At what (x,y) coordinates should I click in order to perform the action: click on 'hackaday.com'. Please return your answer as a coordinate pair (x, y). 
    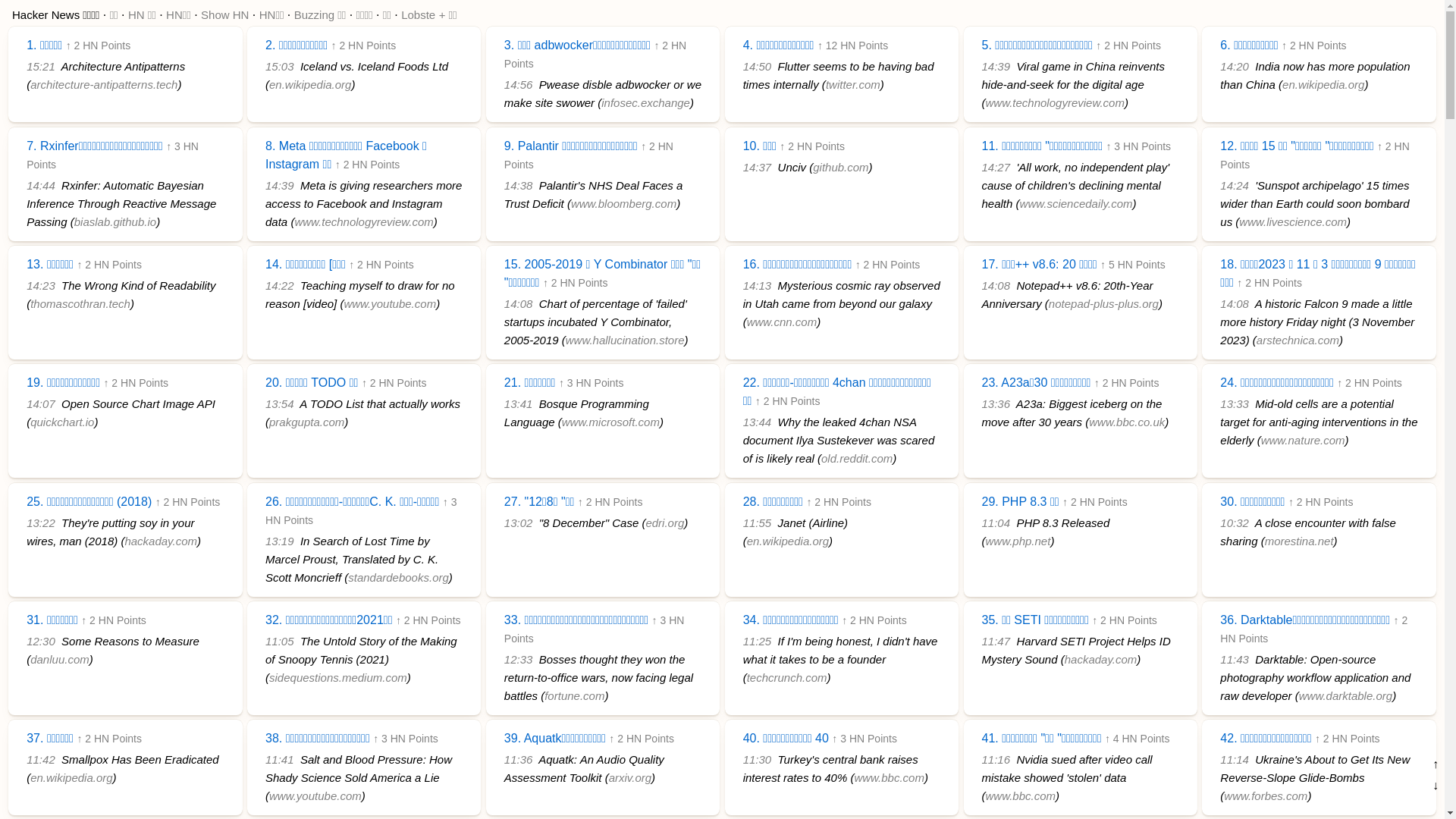
    Looking at the image, I should click on (160, 540).